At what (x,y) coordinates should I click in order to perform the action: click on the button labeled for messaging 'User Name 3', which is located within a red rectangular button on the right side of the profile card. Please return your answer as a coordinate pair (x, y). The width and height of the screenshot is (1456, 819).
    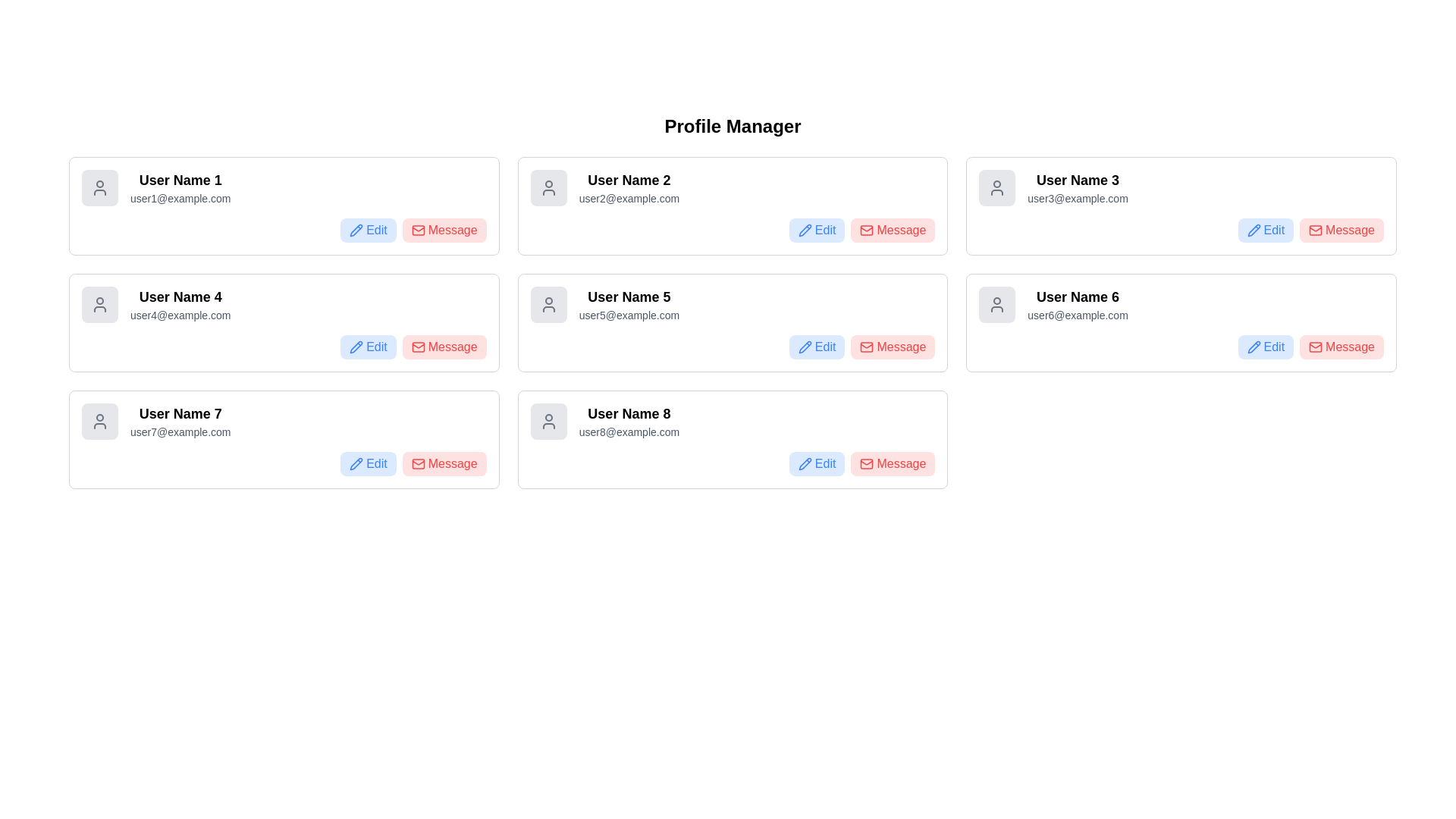
    Looking at the image, I should click on (1350, 231).